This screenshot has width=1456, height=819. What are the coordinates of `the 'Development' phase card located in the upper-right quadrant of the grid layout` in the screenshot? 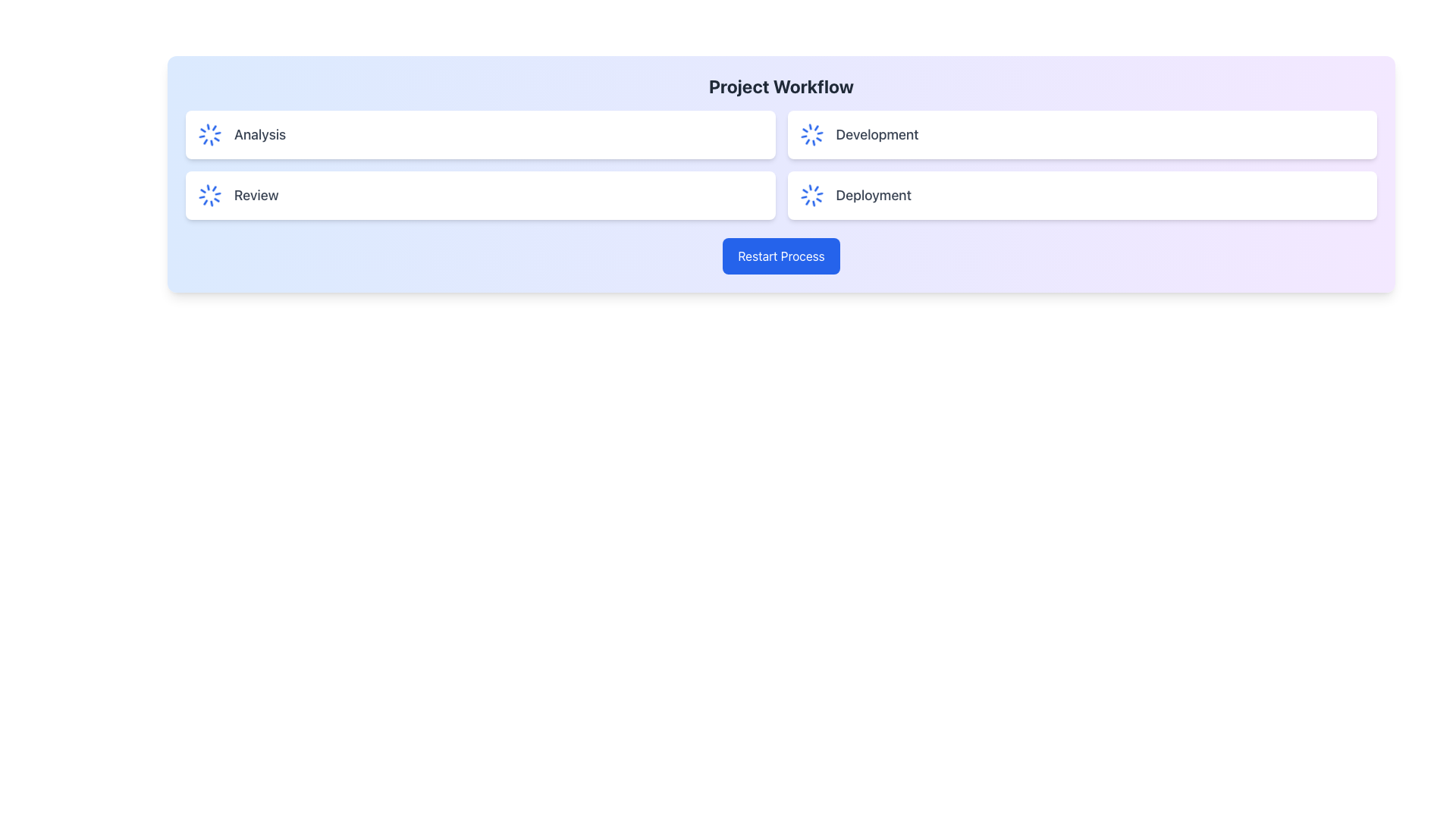 It's located at (1081, 133).